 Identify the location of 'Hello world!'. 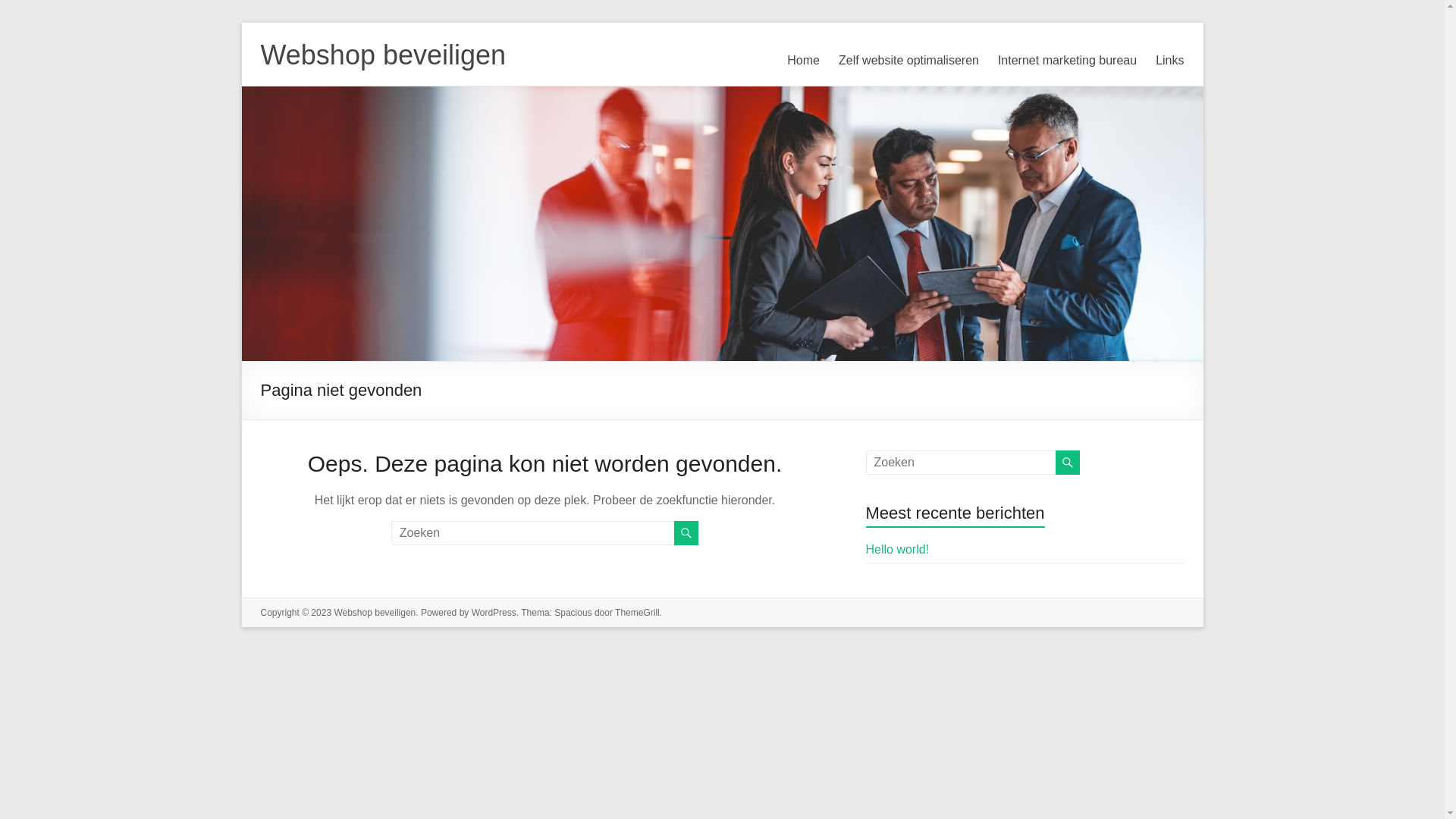
(866, 549).